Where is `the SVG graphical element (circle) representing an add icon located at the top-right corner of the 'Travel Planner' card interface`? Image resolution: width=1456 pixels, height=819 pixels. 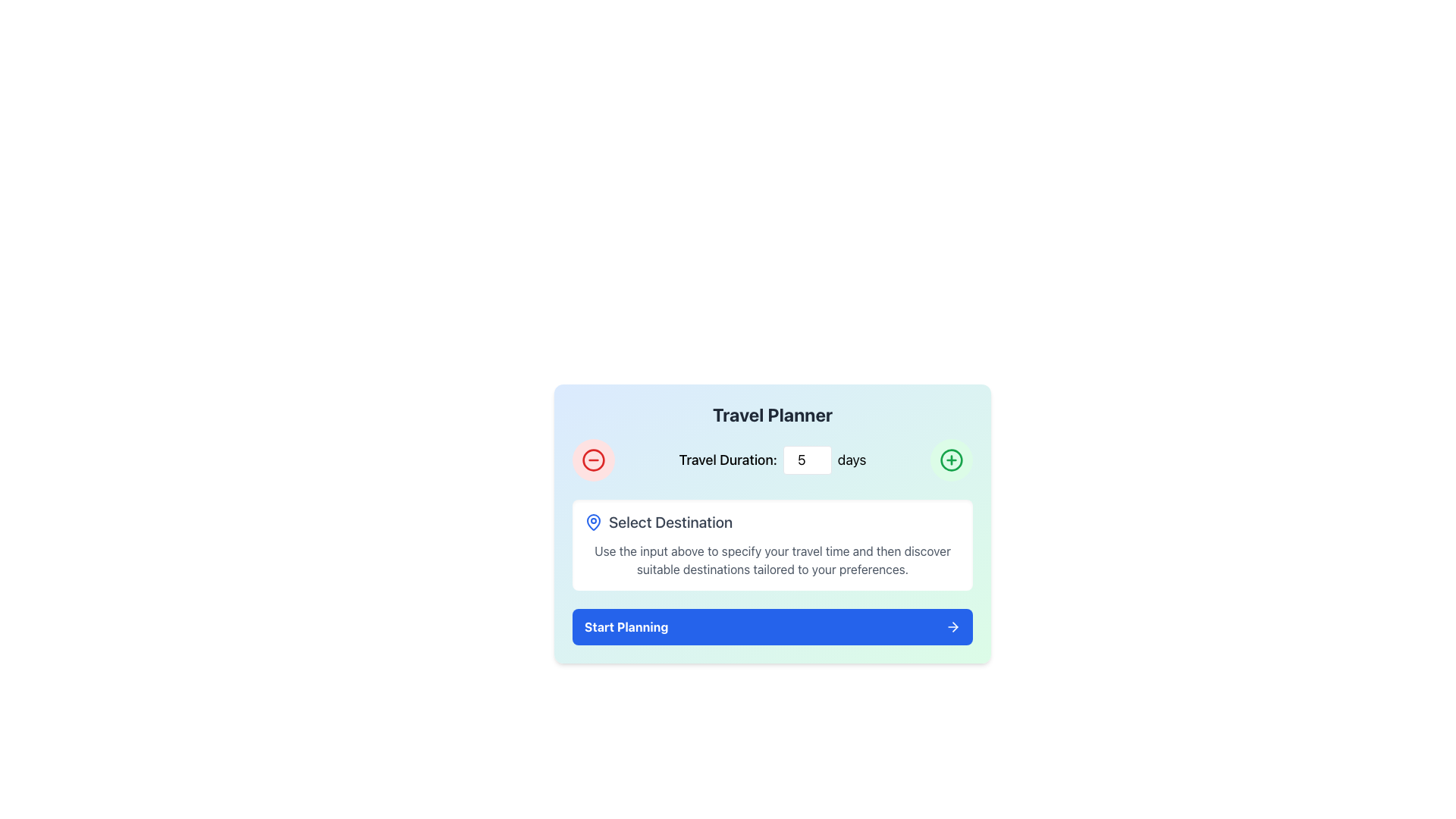
the SVG graphical element (circle) representing an add icon located at the top-right corner of the 'Travel Planner' card interface is located at coordinates (950, 459).